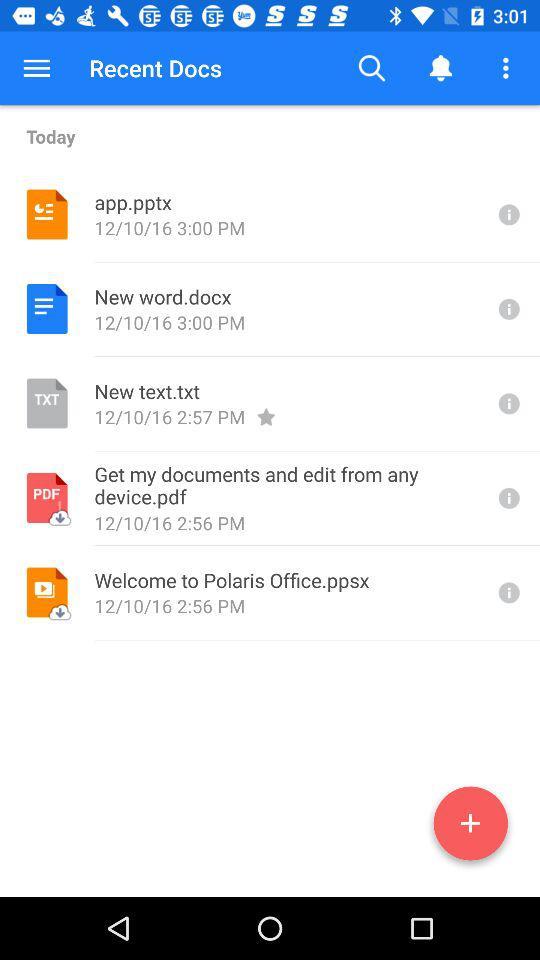 Image resolution: width=540 pixels, height=960 pixels. I want to click on document, so click(470, 827).